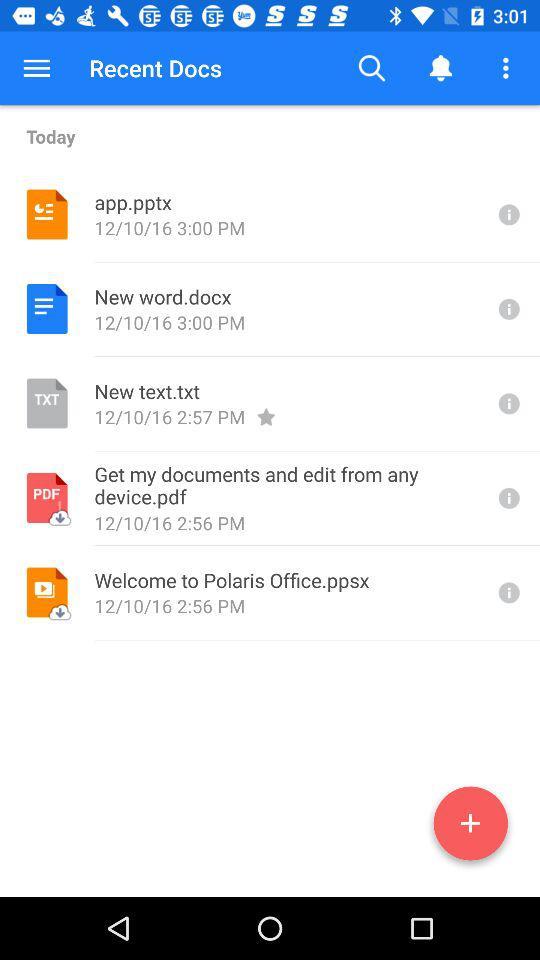 Image resolution: width=540 pixels, height=960 pixels. I want to click on document, so click(470, 827).